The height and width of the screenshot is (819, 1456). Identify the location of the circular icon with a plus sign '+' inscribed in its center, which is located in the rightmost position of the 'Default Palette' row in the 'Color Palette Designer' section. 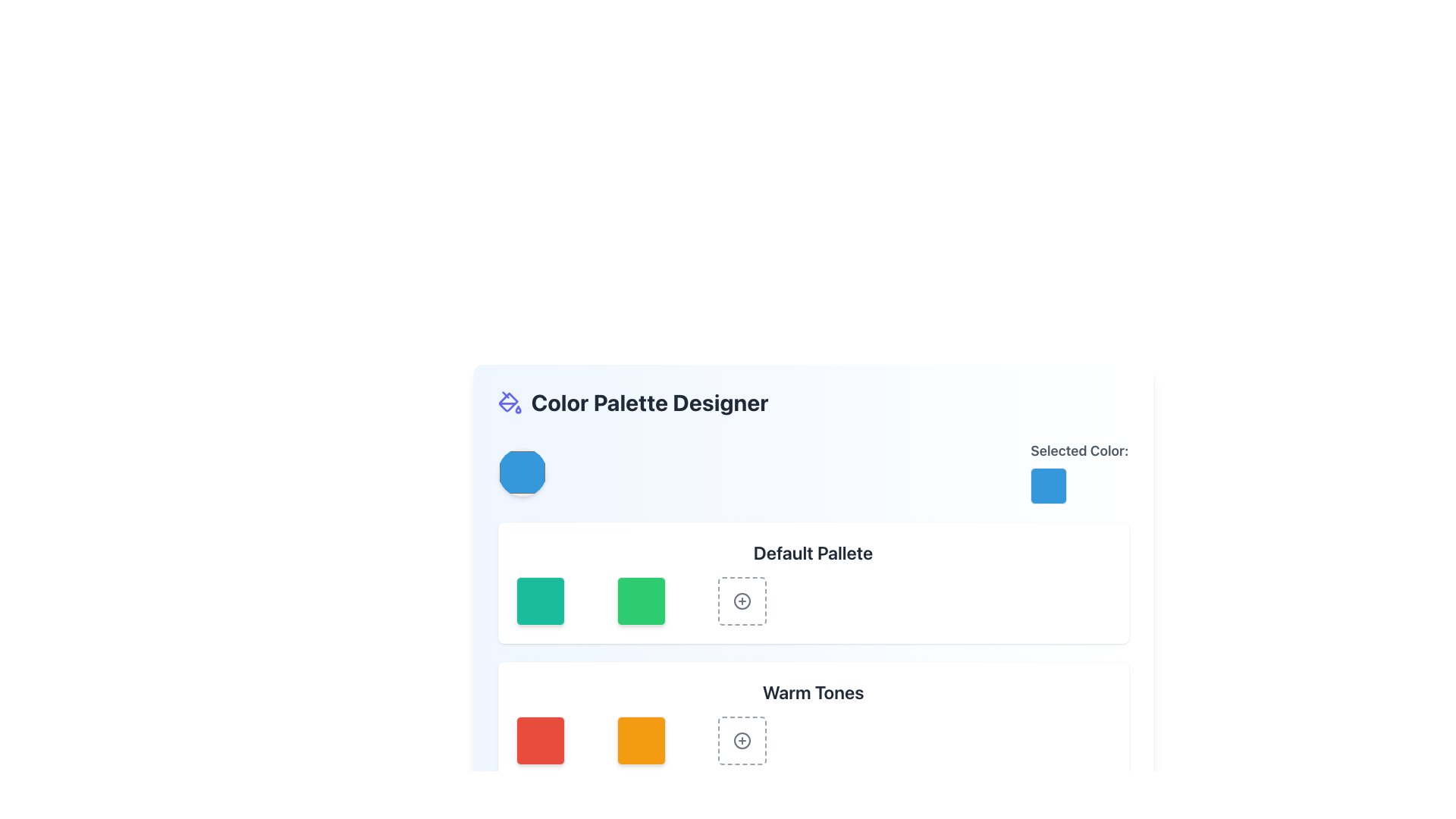
(742, 739).